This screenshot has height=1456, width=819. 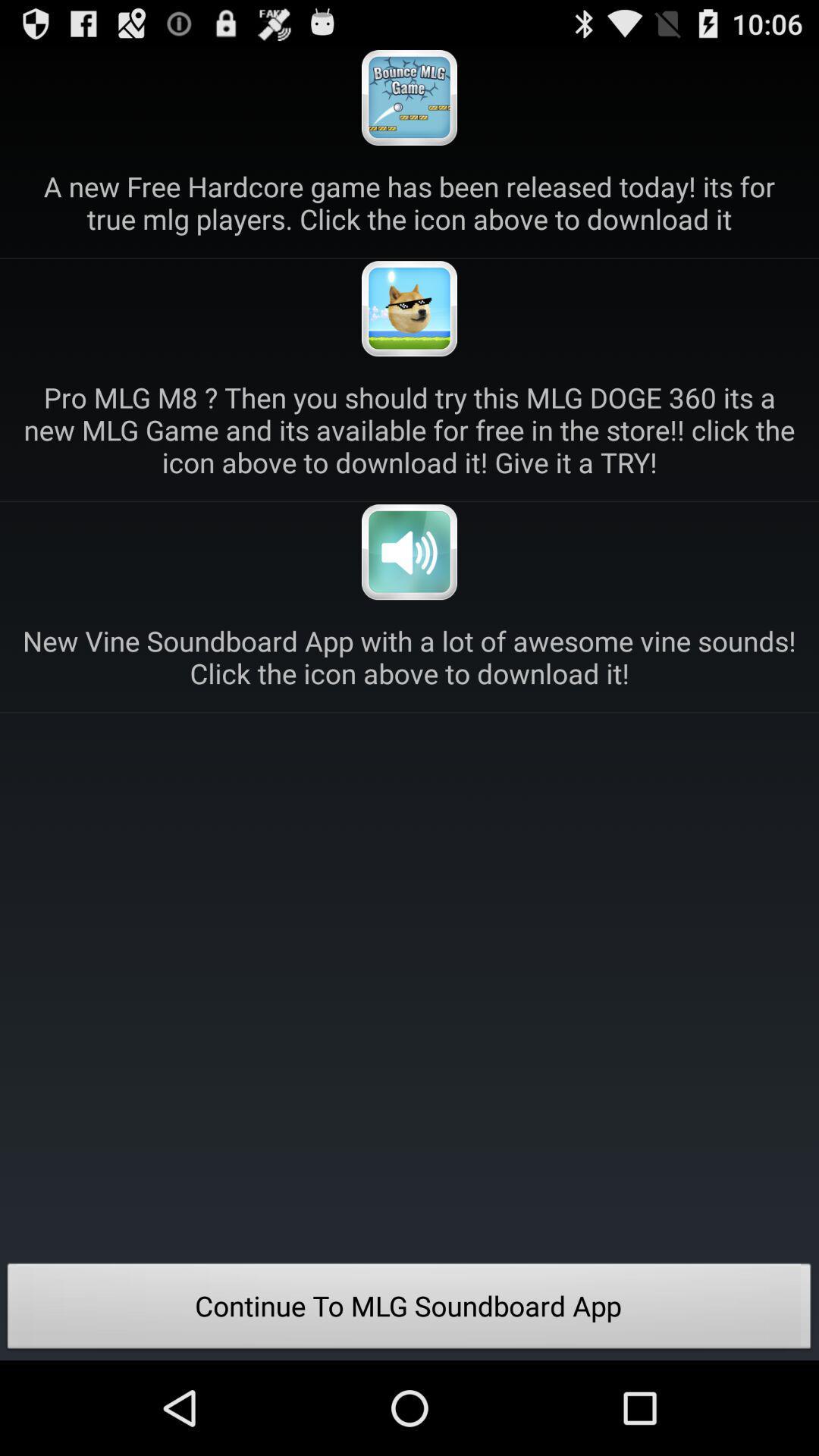 I want to click on the pro mlg m8 item, so click(x=409, y=428).